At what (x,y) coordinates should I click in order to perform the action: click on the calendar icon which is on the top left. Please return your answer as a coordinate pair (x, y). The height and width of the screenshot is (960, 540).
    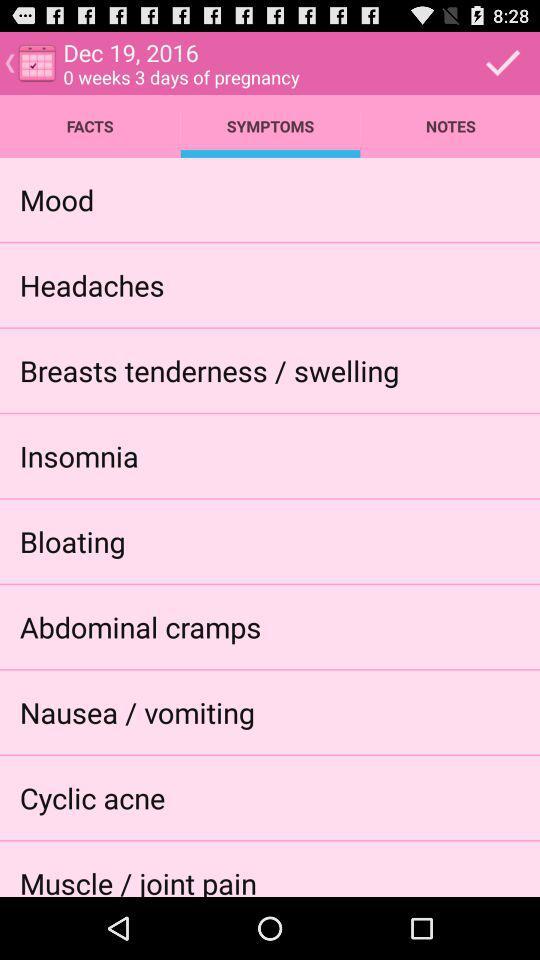
    Looking at the image, I should click on (36, 62).